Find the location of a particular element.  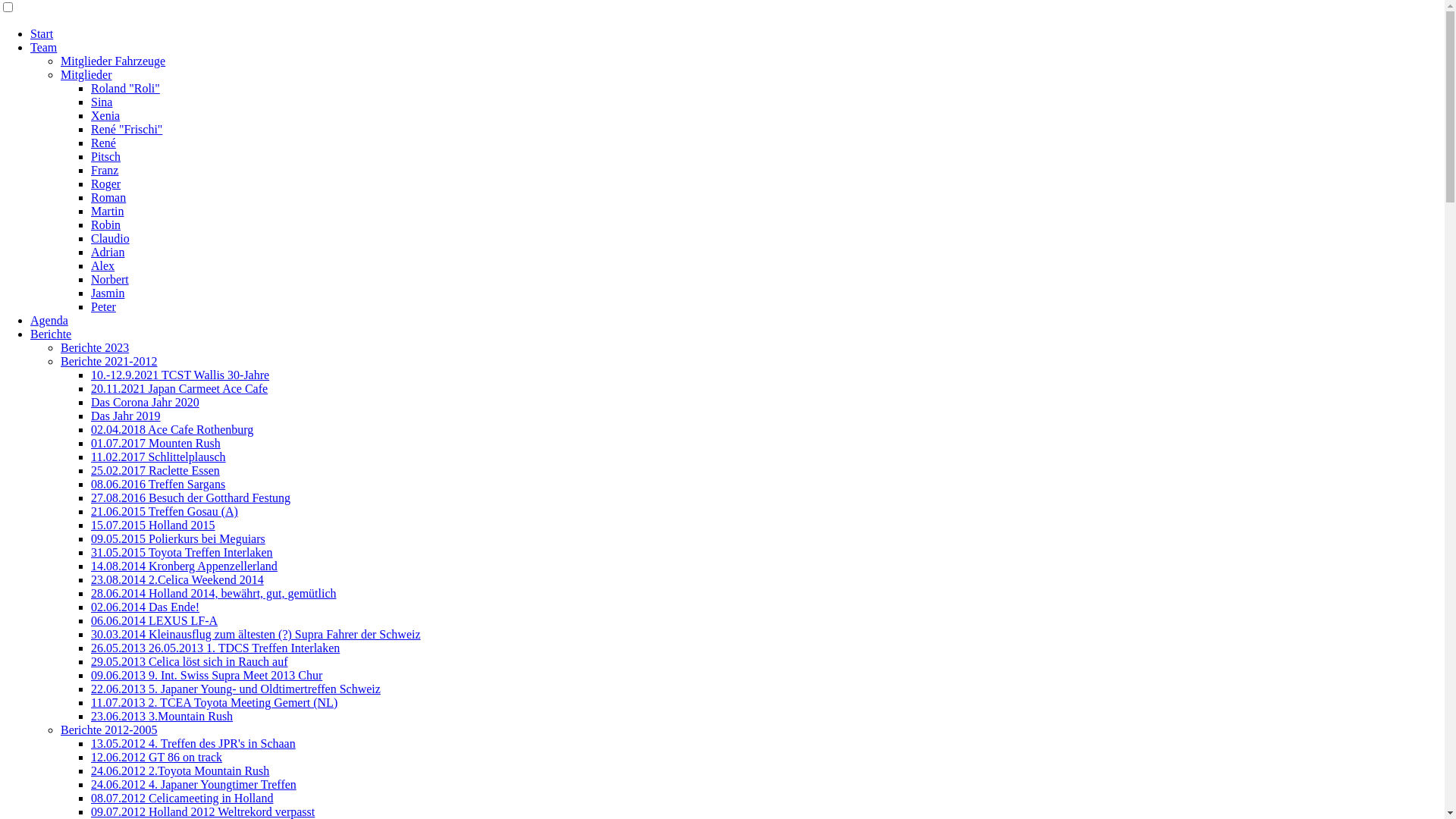

'Start' is located at coordinates (41, 33).